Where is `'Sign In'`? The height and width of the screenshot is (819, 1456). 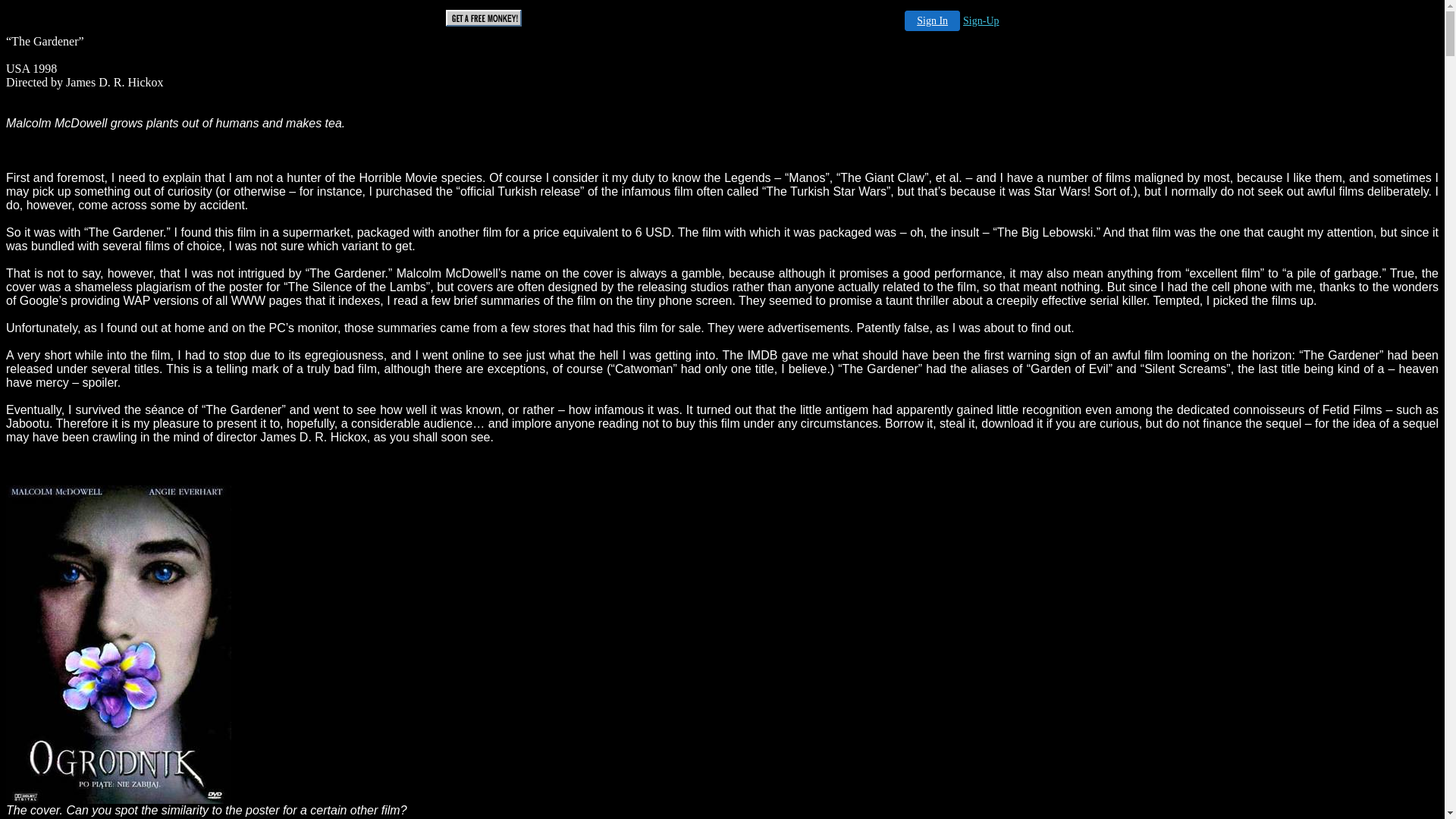
'Sign In' is located at coordinates (931, 20).